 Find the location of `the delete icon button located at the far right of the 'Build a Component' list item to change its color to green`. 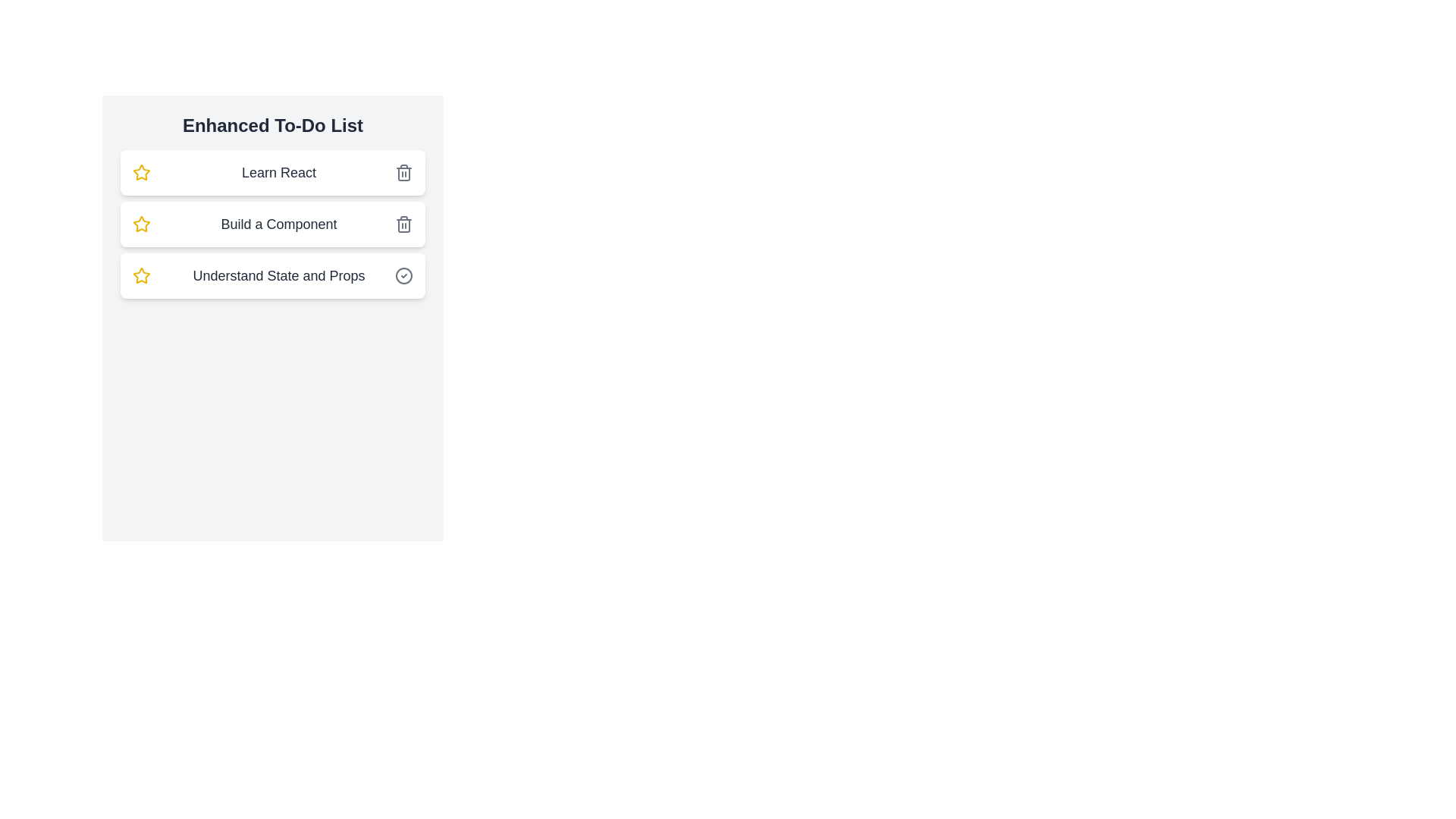

the delete icon button located at the far right of the 'Build a Component' list item to change its color to green is located at coordinates (403, 224).